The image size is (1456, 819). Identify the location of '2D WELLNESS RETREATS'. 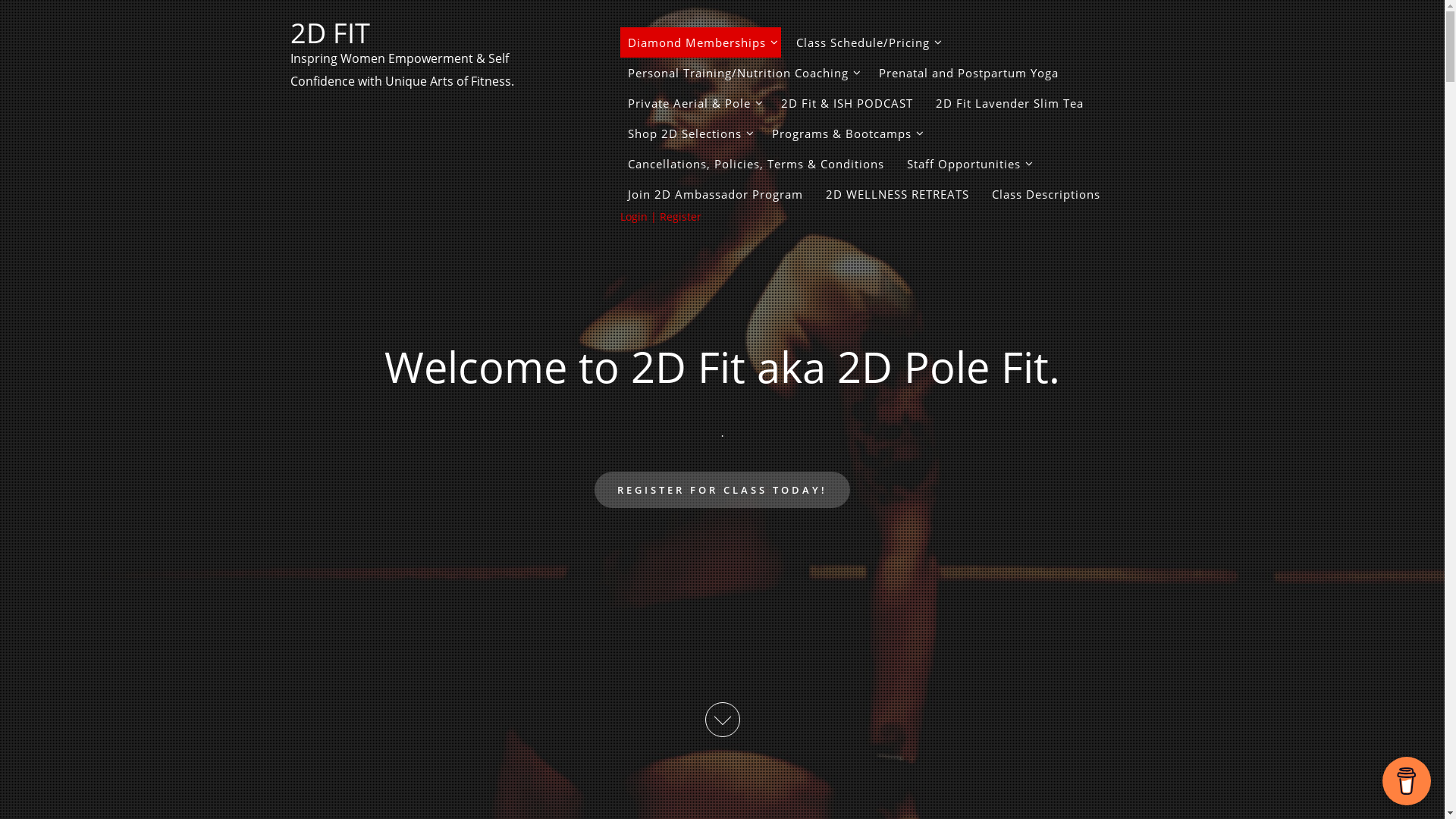
(896, 193).